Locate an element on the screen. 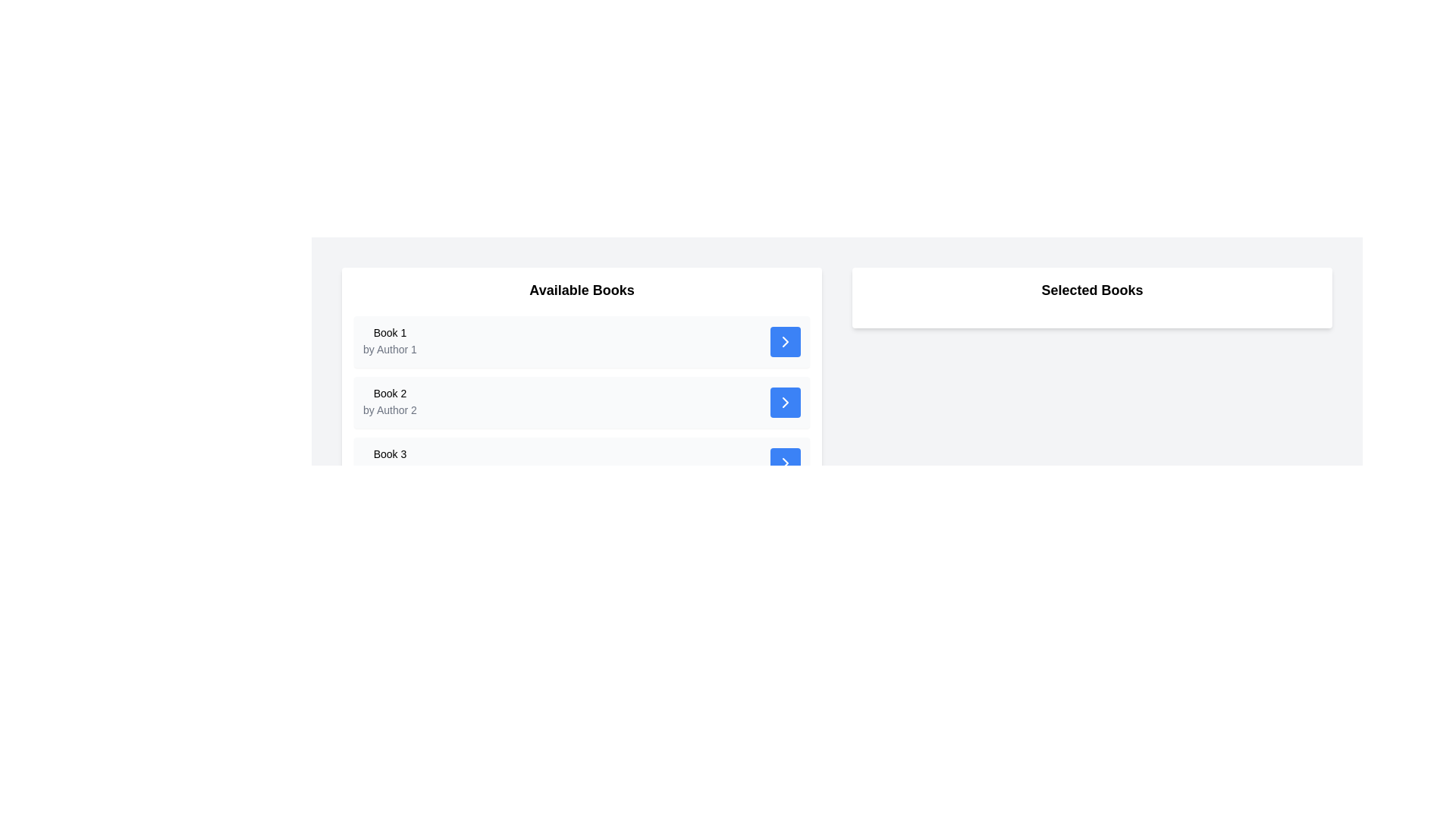 The image size is (1456, 819). the text label representing the title of a book, which is the second item in the 'Available Books' section is located at coordinates (390, 393).